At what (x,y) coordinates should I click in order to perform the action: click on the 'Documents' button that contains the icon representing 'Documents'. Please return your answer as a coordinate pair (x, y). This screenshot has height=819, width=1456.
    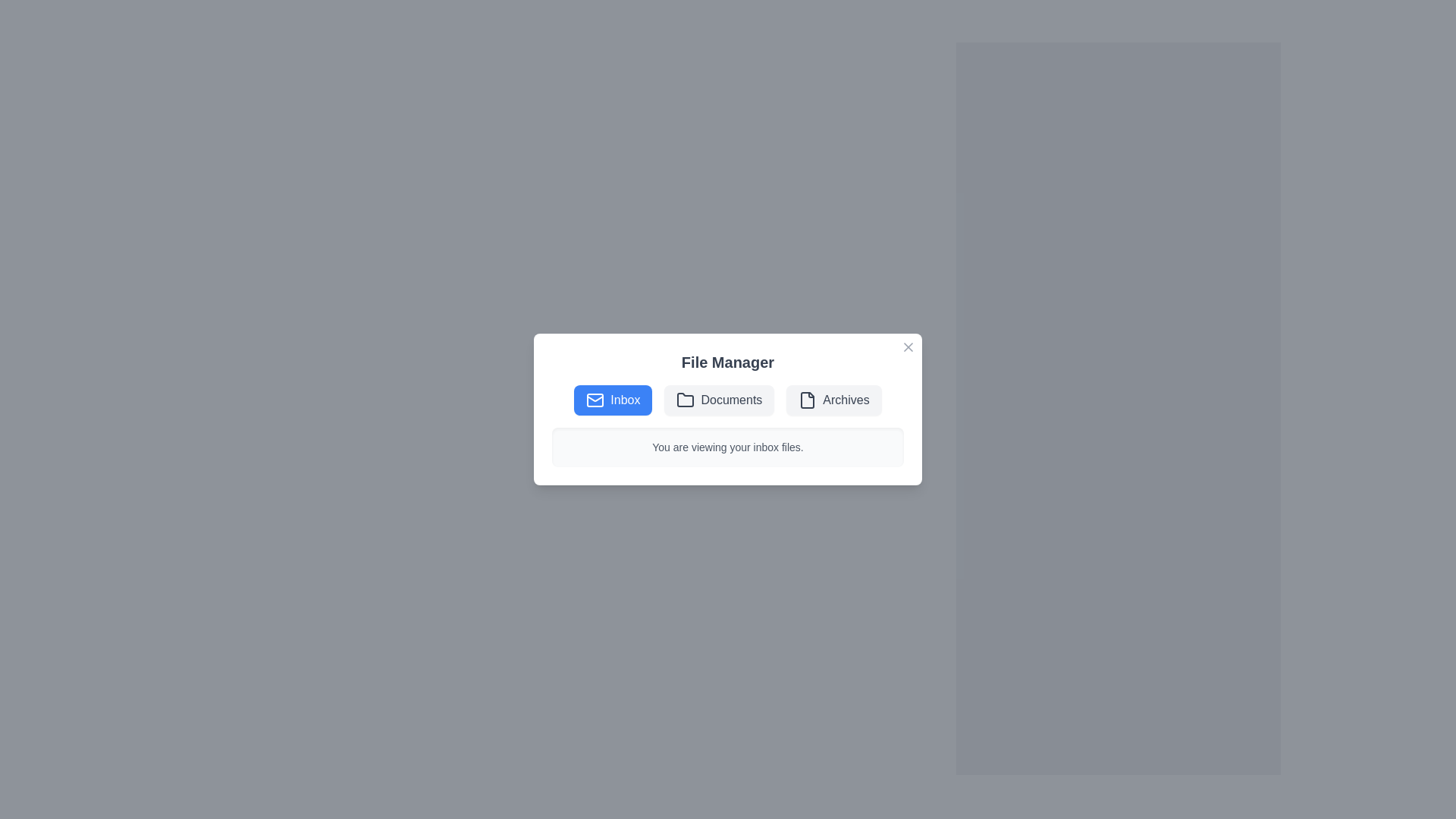
    Looking at the image, I should click on (685, 399).